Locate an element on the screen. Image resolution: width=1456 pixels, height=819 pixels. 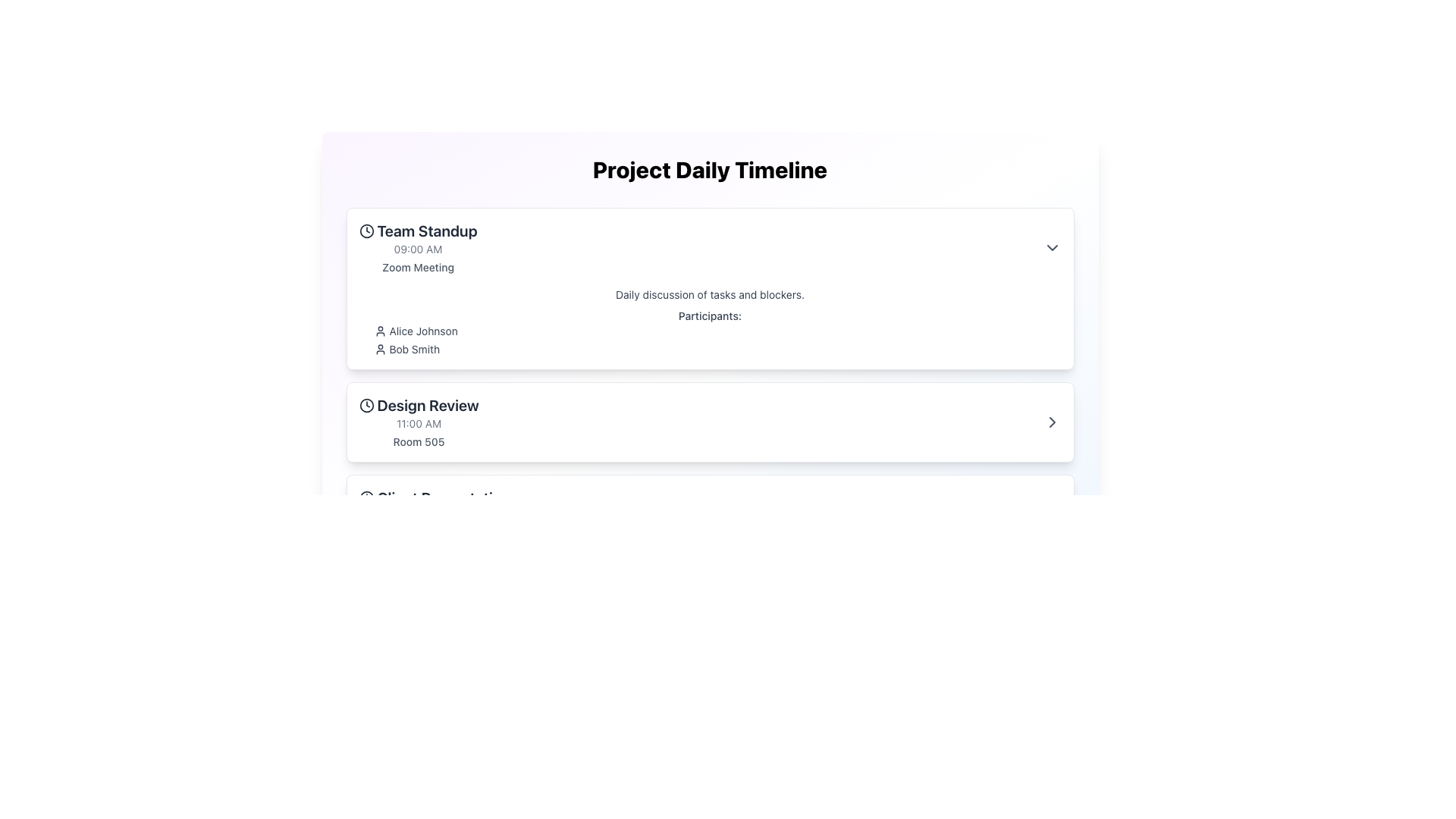
the Event card representing the meeting entry located between 'Team Standup' and 'Client Presentation' in the timeline is located at coordinates (709, 422).